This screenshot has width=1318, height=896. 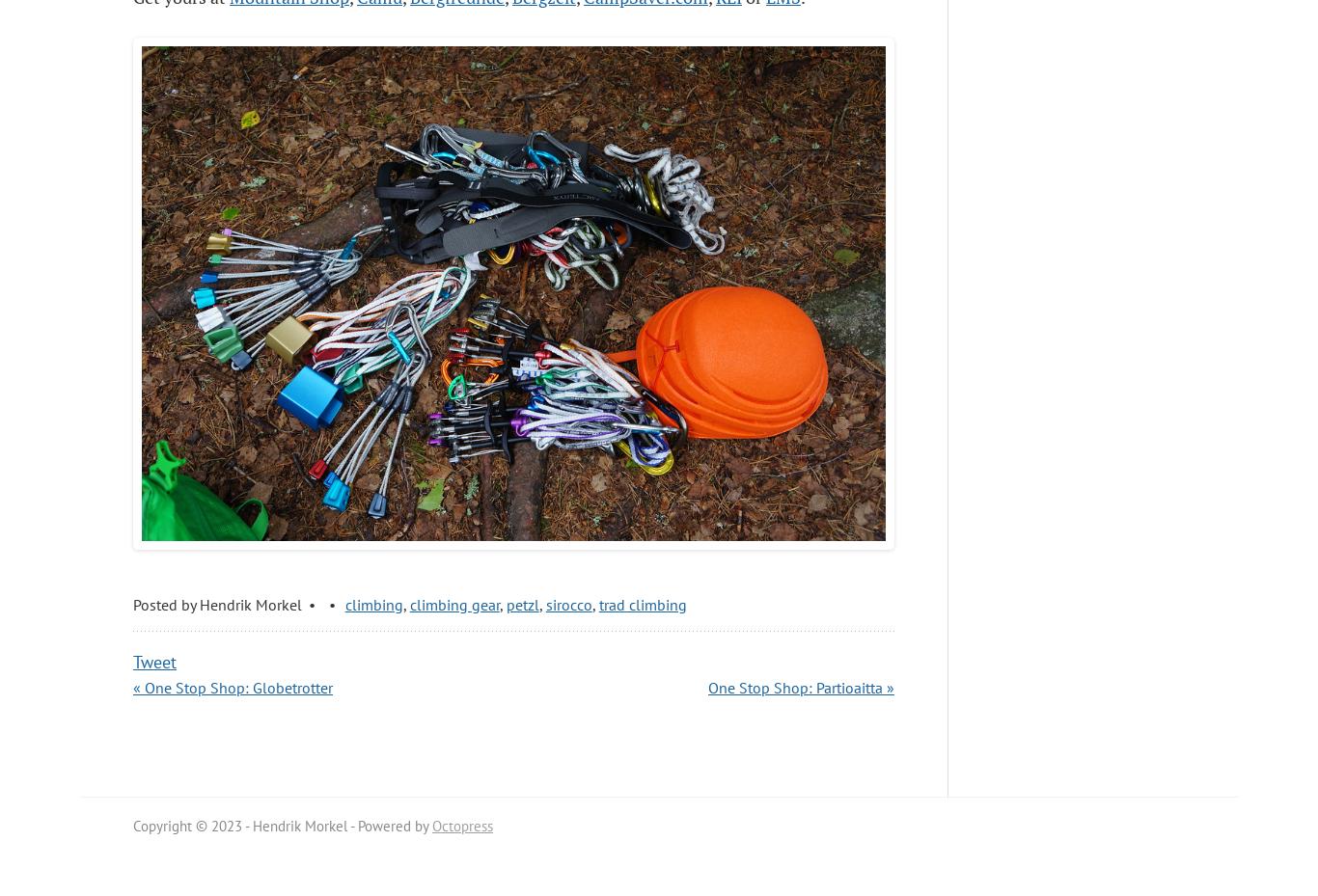 What do you see at coordinates (431, 826) in the screenshot?
I see `'Octopress'` at bounding box center [431, 826].